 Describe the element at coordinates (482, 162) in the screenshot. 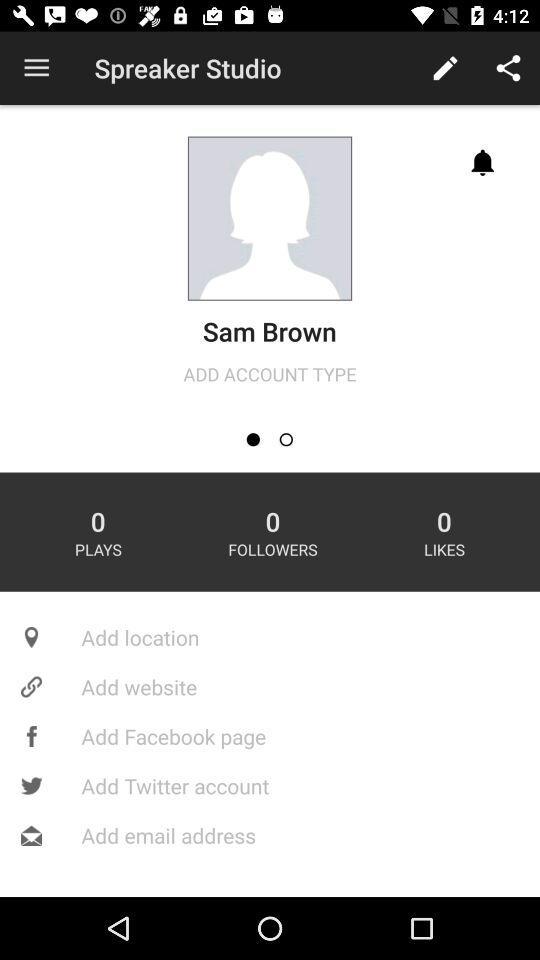

I see `the bell icon at the top right corner` at that location.